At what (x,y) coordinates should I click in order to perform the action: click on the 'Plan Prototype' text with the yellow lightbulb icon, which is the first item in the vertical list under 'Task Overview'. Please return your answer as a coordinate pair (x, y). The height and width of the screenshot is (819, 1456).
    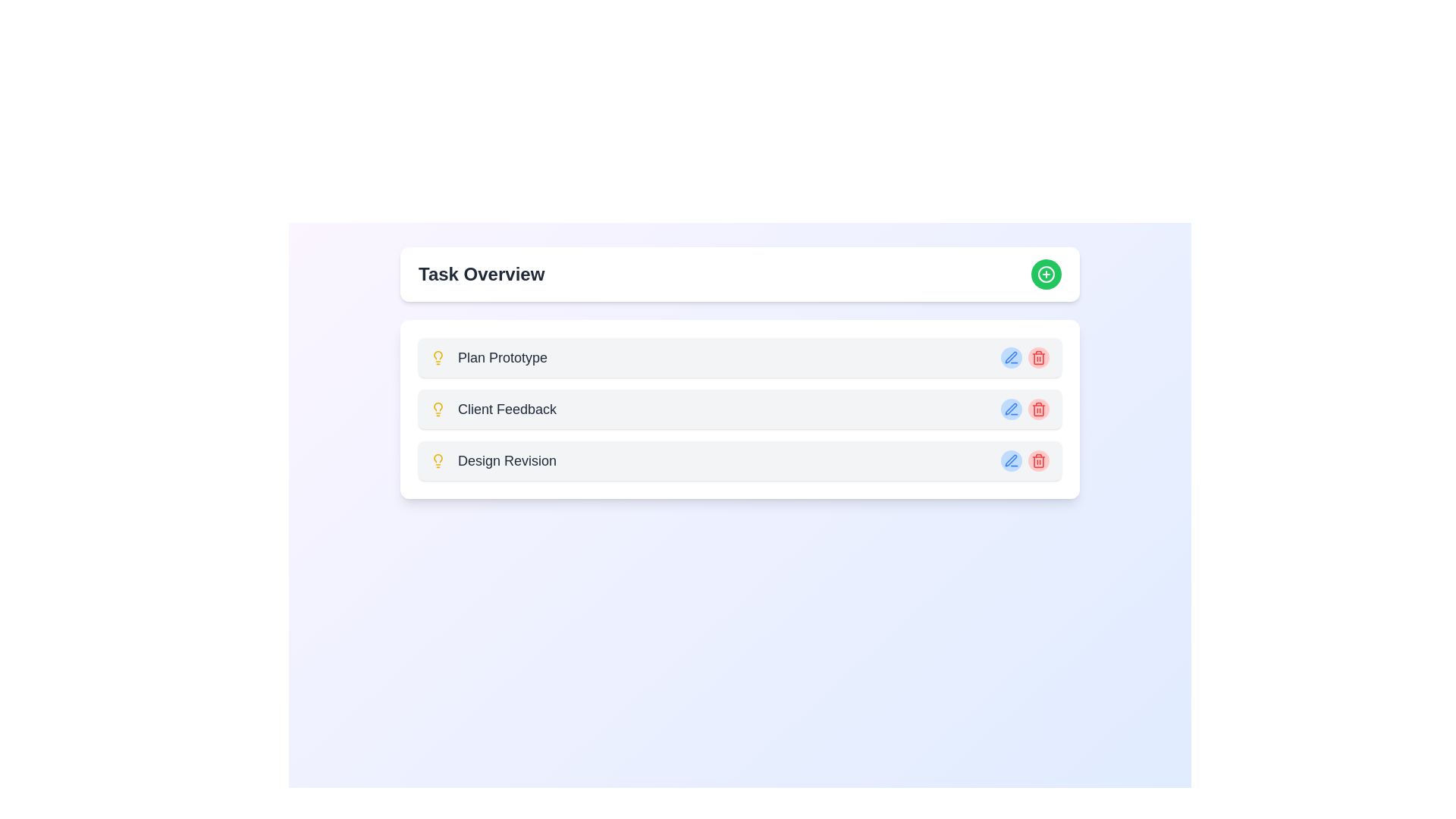
    Looking at the image, I should click on (489, 357).